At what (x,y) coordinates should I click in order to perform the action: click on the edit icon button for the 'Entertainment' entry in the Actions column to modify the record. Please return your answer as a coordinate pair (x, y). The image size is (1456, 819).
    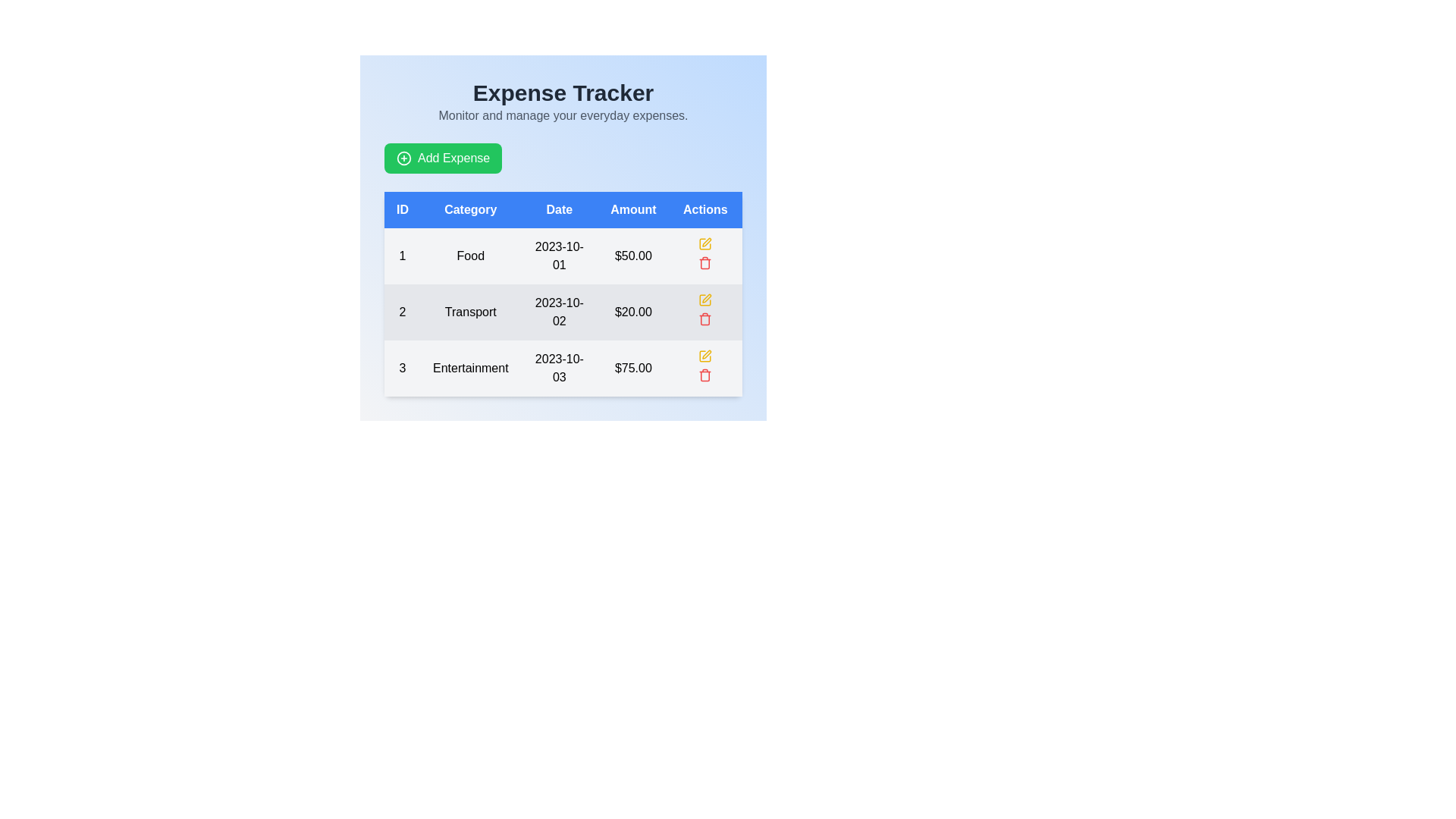
    Looking at the image, I should click on (704, 356).